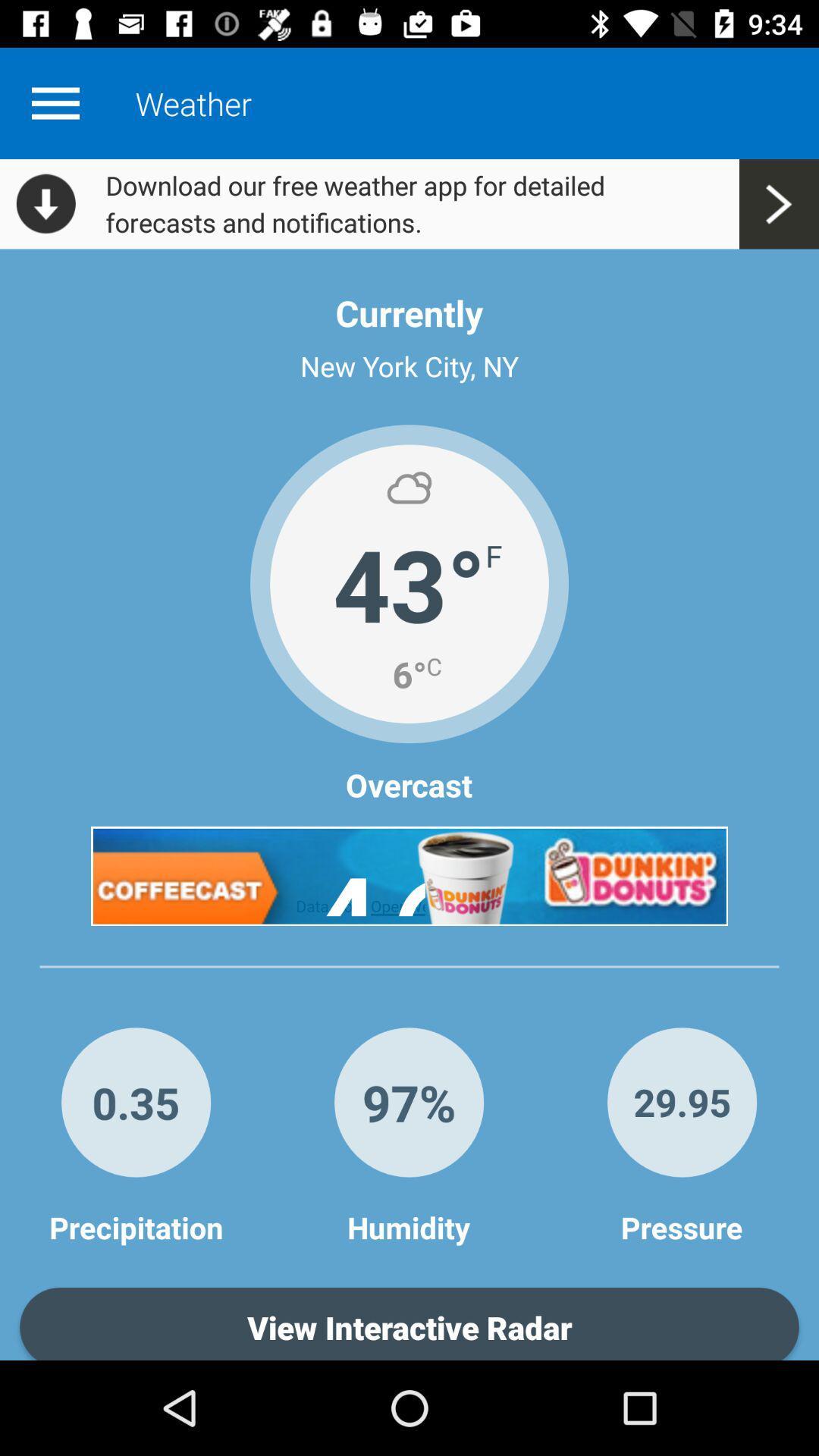  What do you see at coordinates (409, 876) in the screenshot?
I see `advertisements option` at bounding box center [409, 876].